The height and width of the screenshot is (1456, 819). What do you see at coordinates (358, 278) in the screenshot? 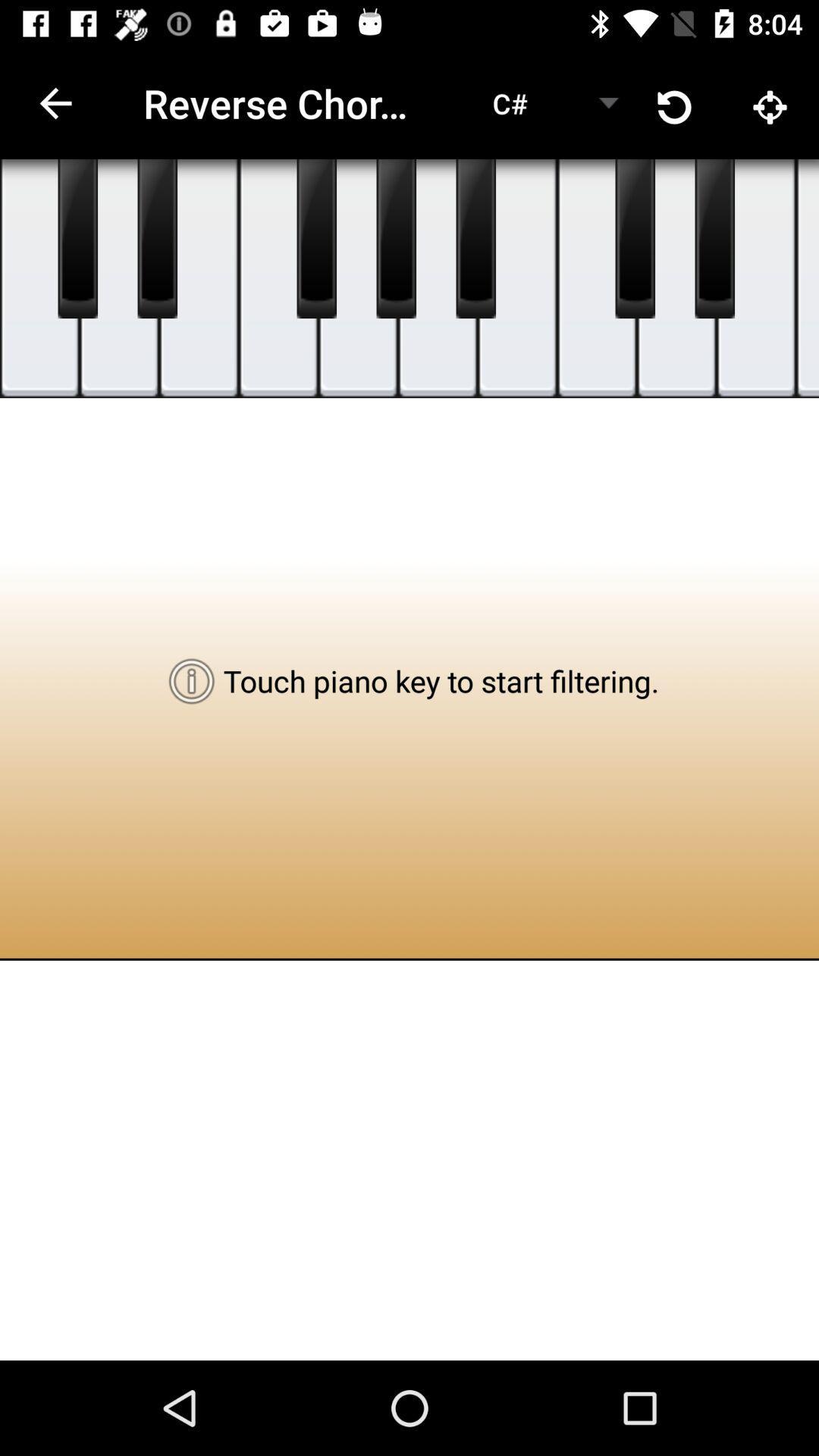
I see `touch piano key` at bounding box center [358, 278].